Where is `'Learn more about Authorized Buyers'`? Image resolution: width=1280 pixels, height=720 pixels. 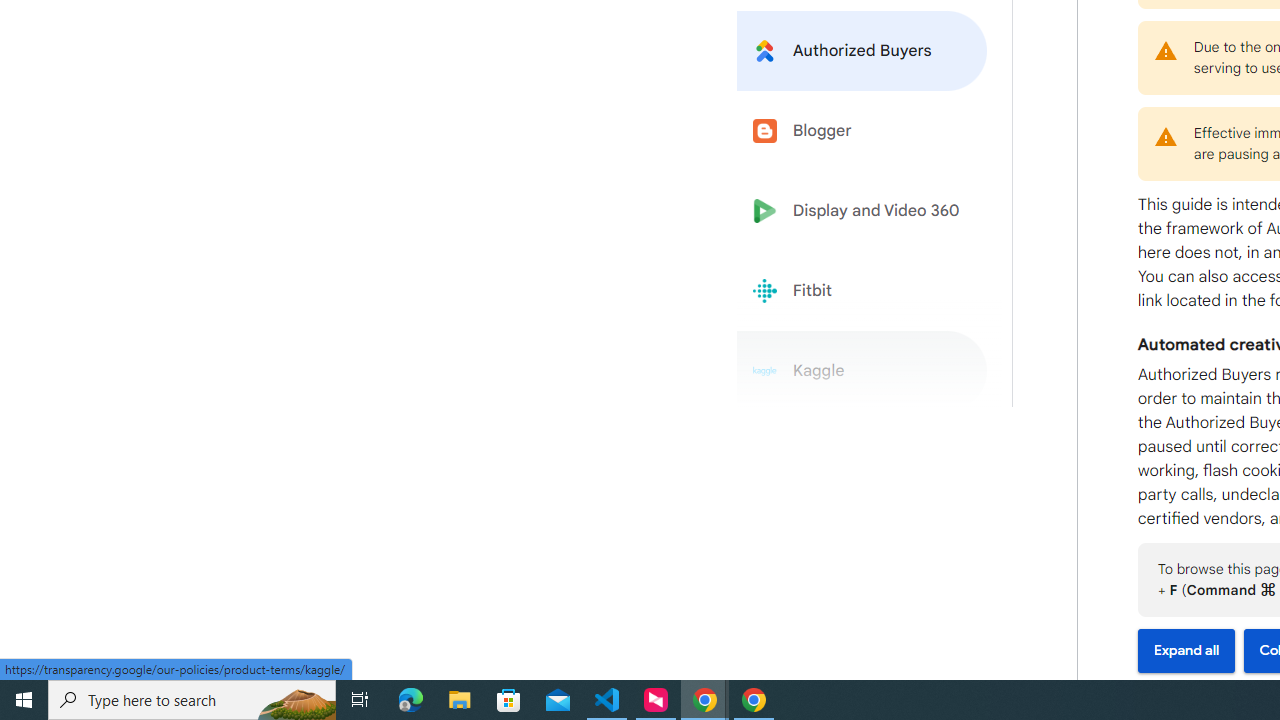
'Learn more about Authorized Buyers' is located at coordinates (862, 49).